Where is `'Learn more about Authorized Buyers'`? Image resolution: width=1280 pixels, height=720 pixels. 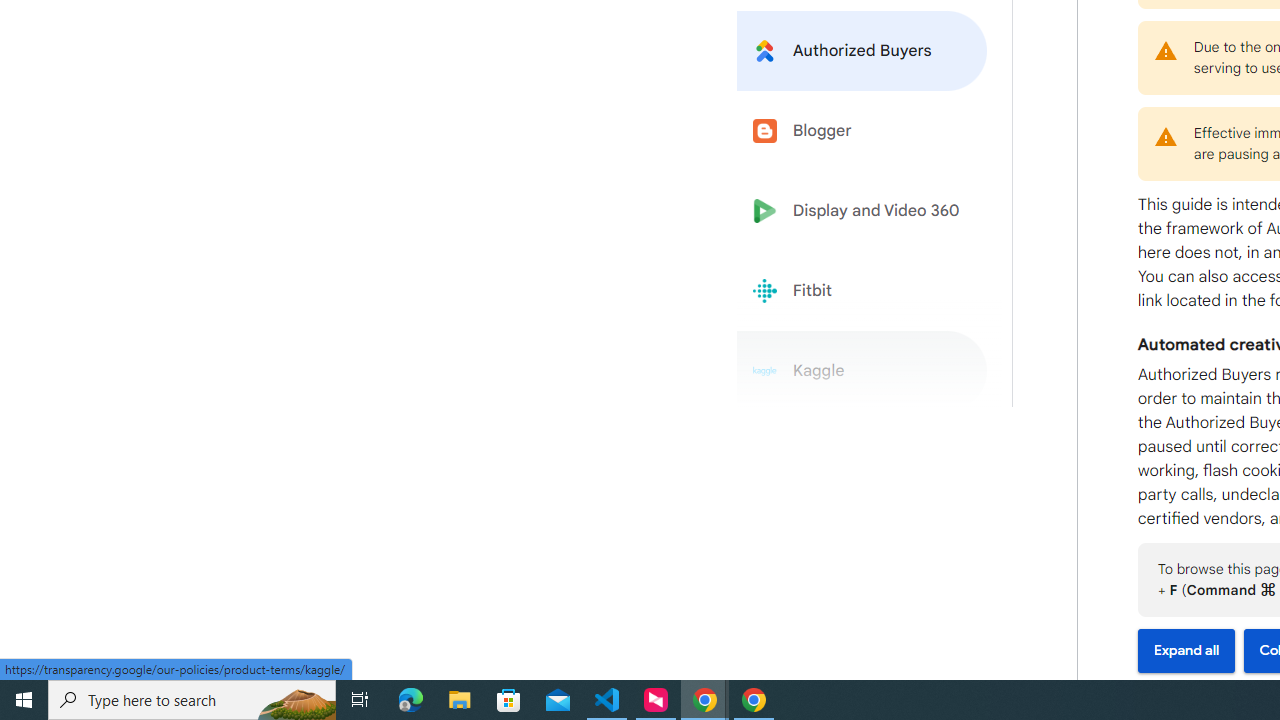
'Learn more about Authorized Buyers' is located at coordinates (862, 49).